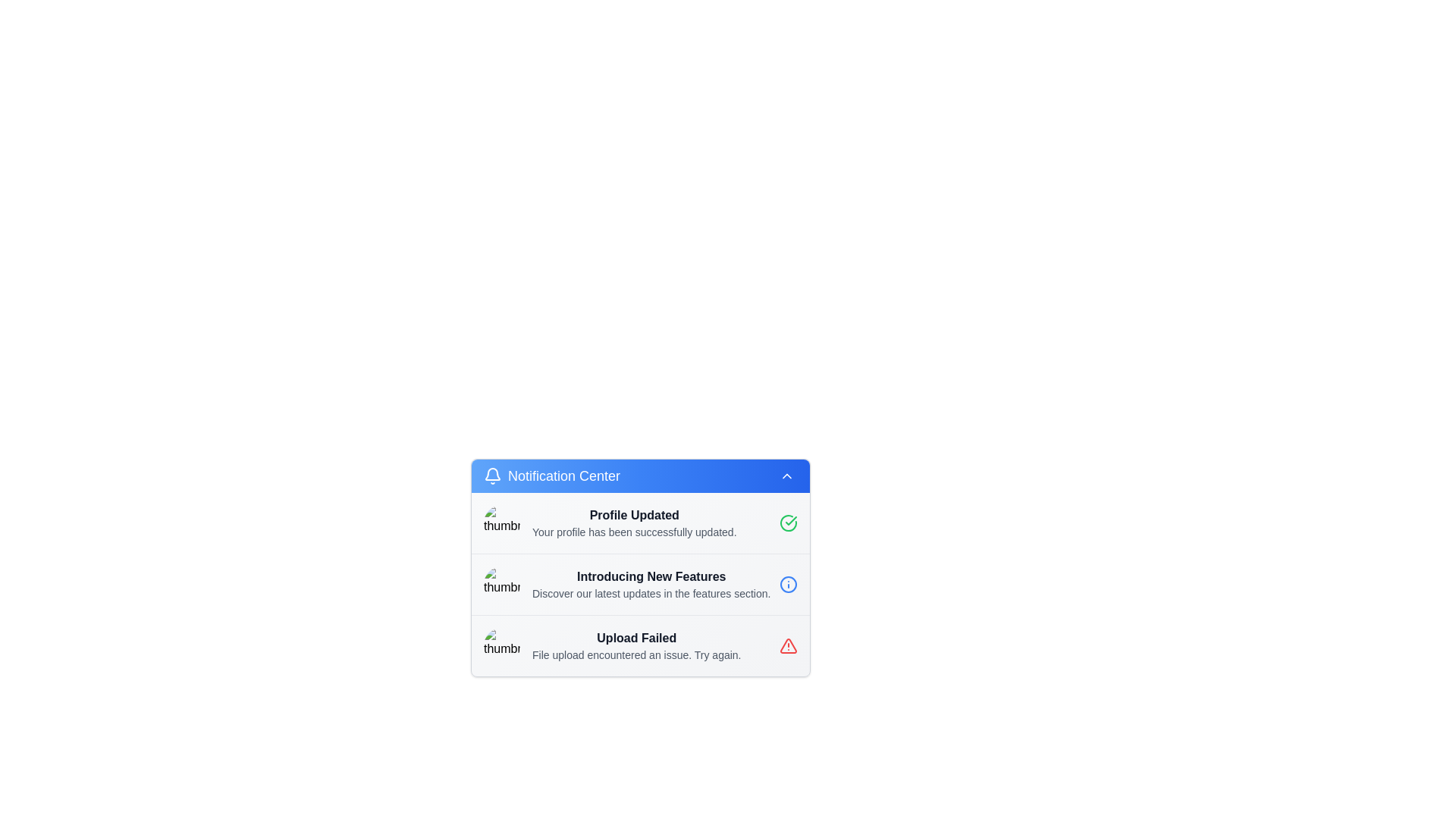  What do you see at coordinates (640, 583) in the screenshot?
I see `the Notification item that informs the user about new features and updates, positioned between 'Profile Updated' and 'Upload Failed'` at bounding box center [640, 583].